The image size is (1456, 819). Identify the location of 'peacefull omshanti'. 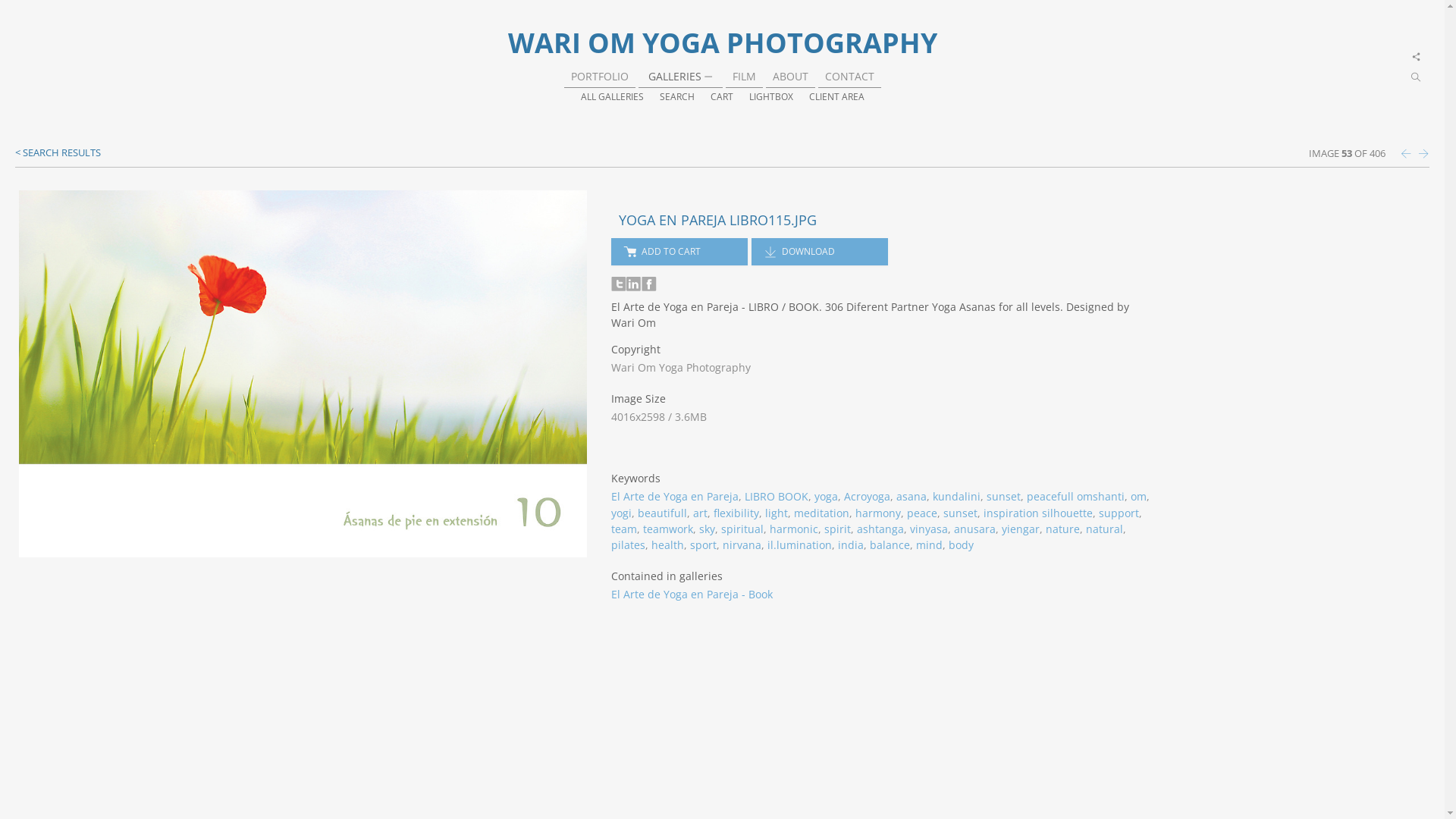
(1075, 496).